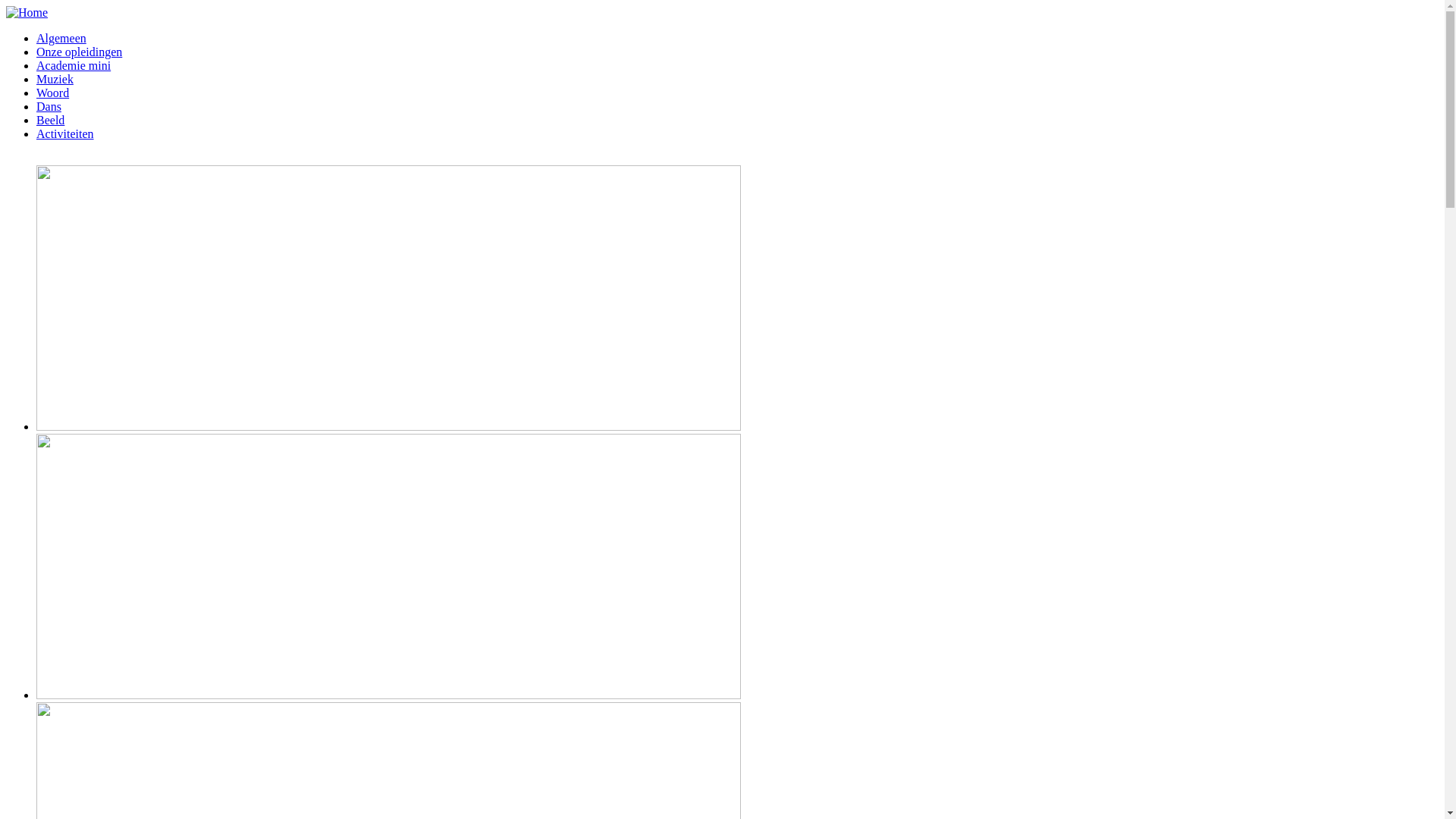 This screenshot has height=819, width=1456. Describe the element at coordinates (55, 79) in the screenshot. I see `'Muziek'` at that location.